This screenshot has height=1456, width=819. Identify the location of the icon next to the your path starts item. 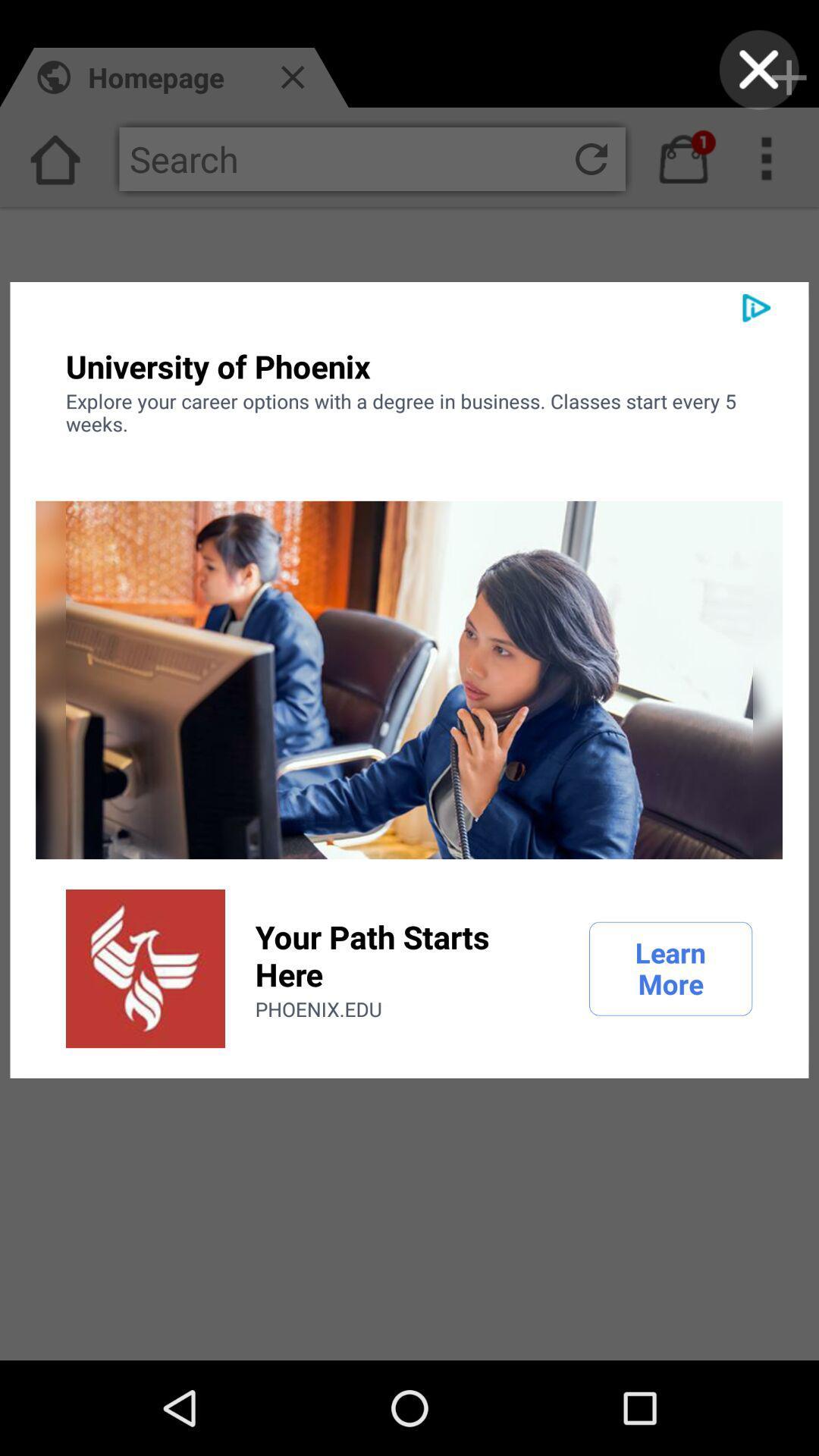
(670, 968).